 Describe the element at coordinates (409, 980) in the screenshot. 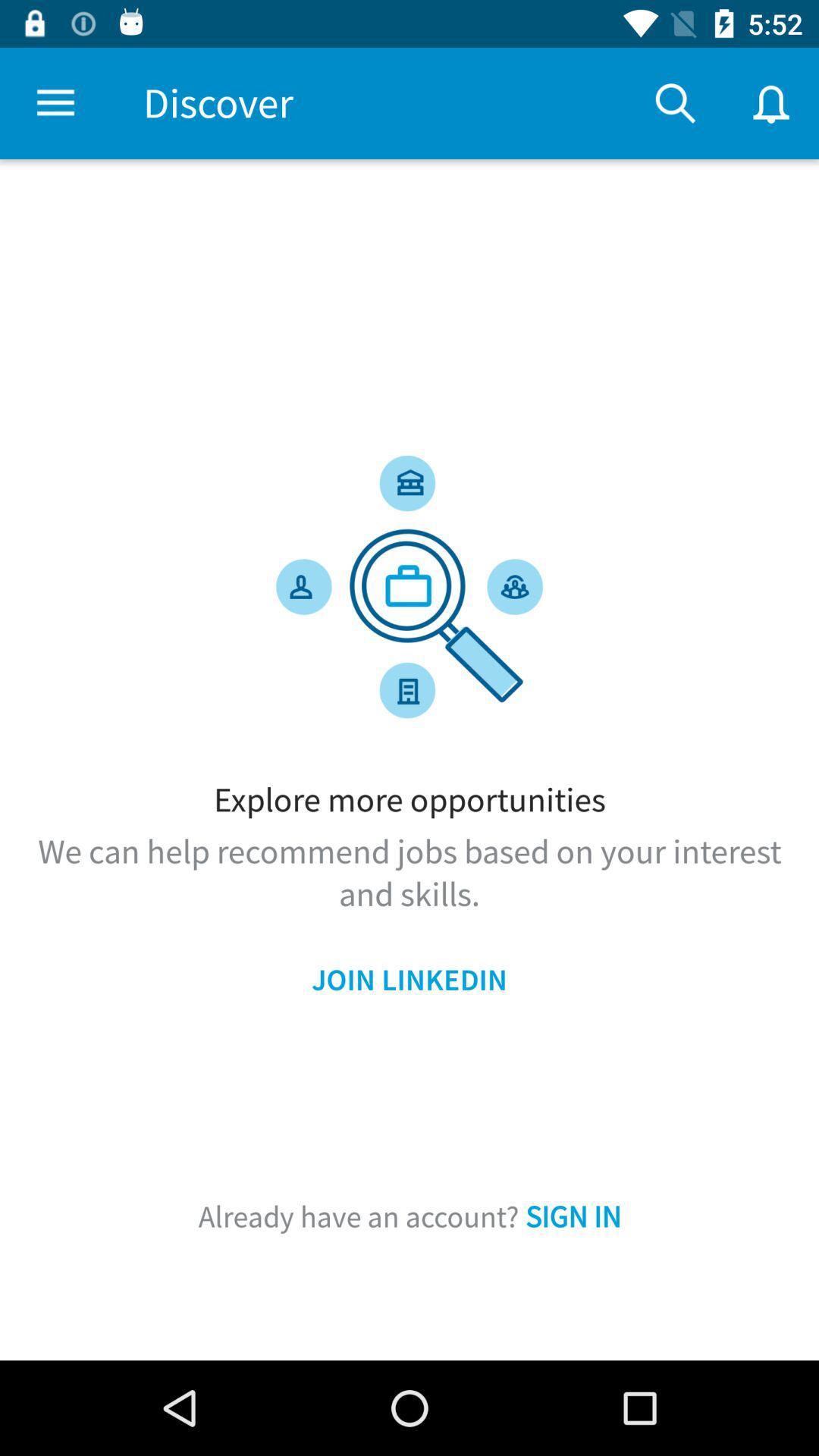

I see `the icon above the already have an icon` at that location.